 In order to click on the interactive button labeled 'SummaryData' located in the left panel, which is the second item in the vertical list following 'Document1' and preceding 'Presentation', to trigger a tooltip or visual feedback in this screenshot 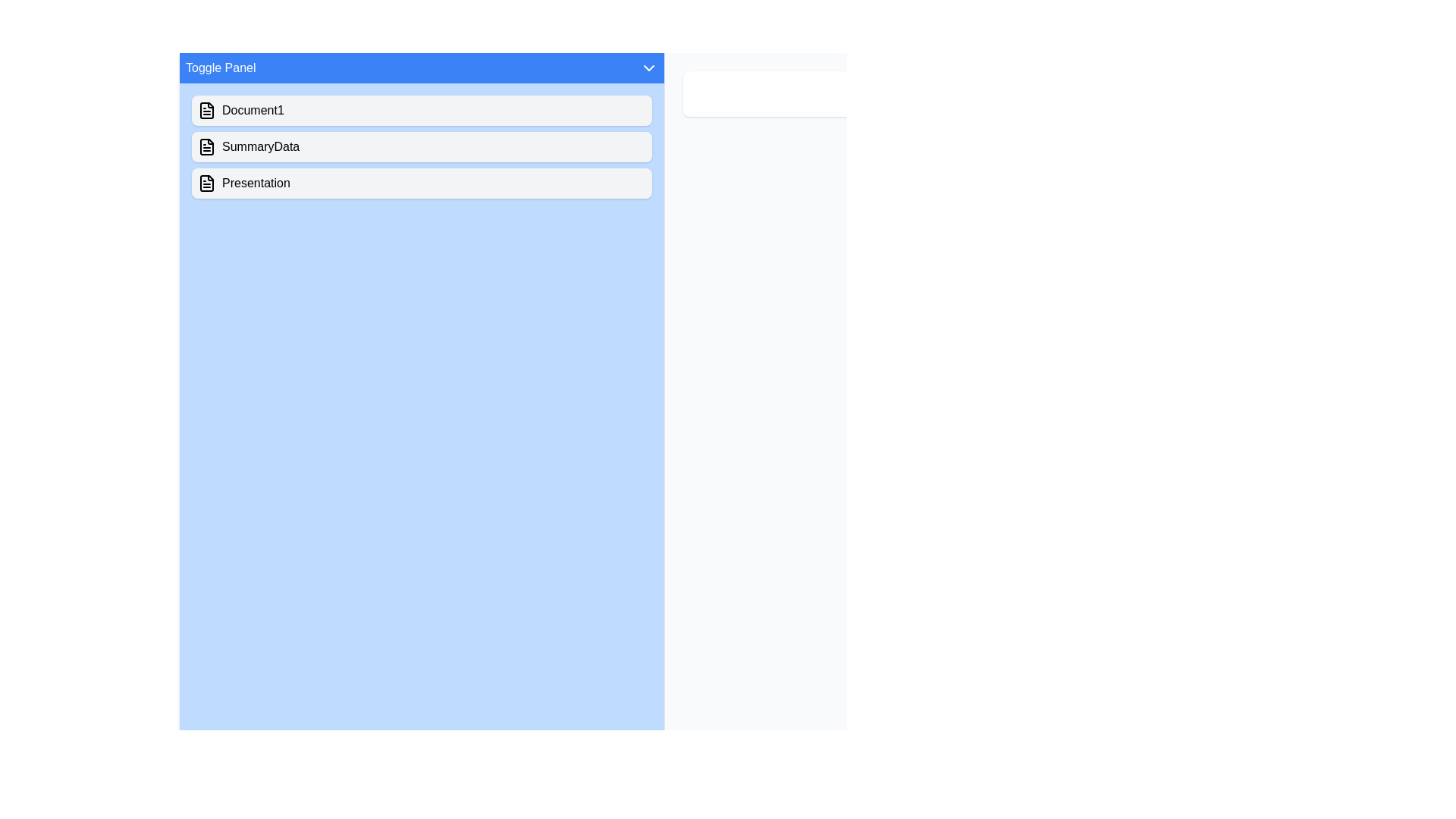, I will do `click(261, 146)`.